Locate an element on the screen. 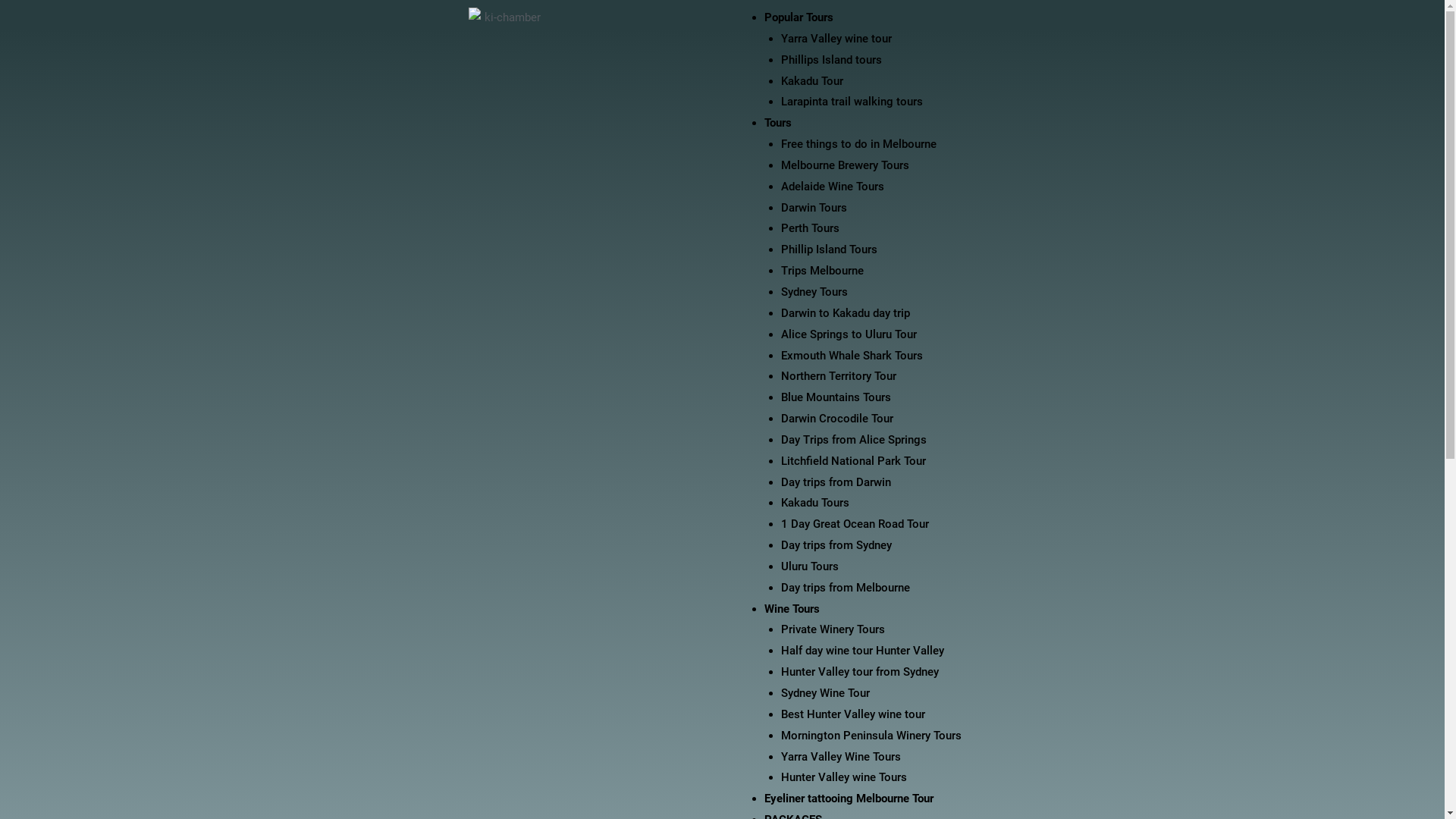 Image resolution: width=1456 pixels, height=819 pixels. 'Phillips Island tours' is located at coordinates (830, 58).